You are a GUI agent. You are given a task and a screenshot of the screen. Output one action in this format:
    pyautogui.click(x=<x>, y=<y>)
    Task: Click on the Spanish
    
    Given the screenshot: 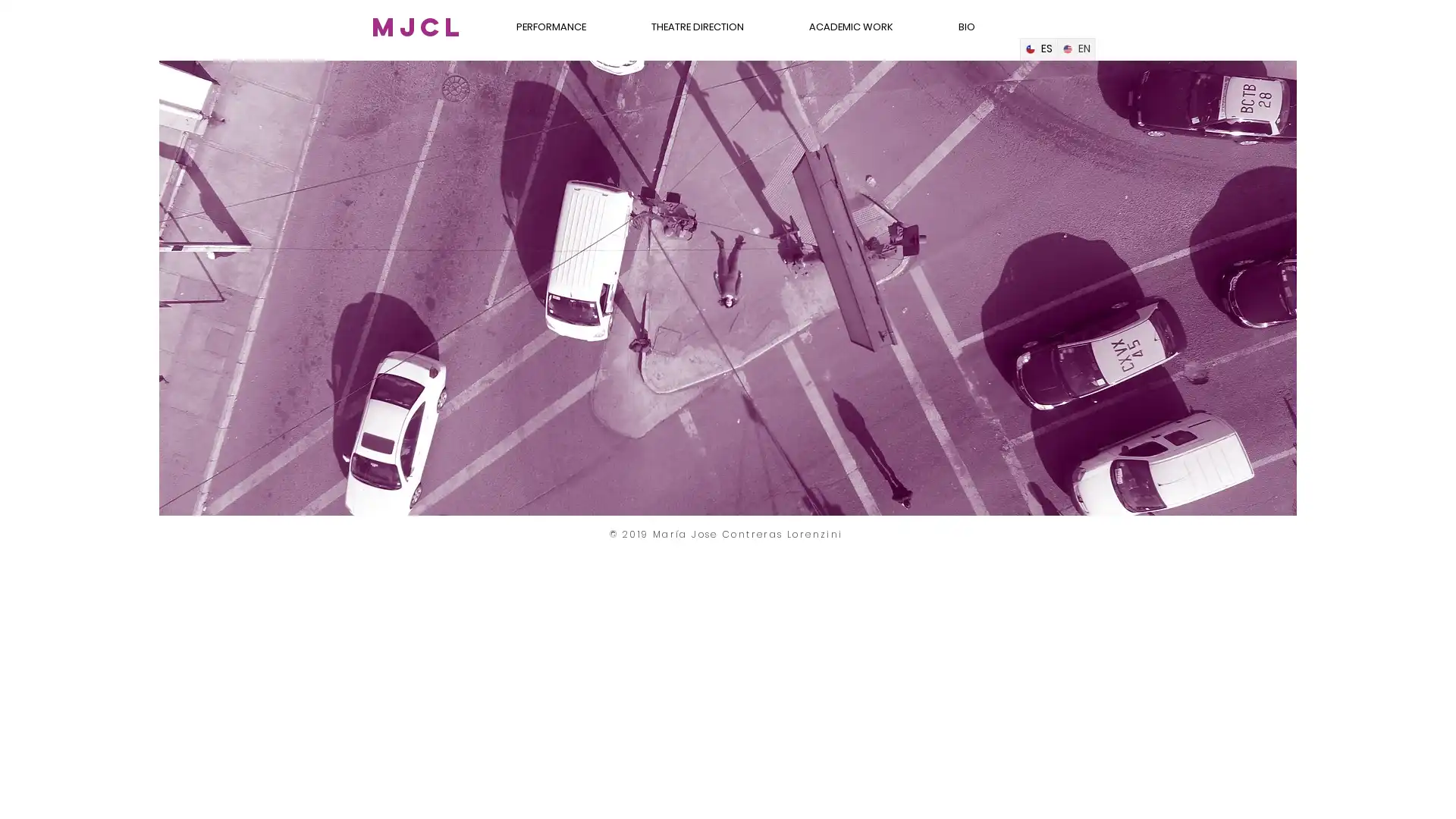 What is the action you would take?
    pyautogui.click(x=1037, y=49)
    